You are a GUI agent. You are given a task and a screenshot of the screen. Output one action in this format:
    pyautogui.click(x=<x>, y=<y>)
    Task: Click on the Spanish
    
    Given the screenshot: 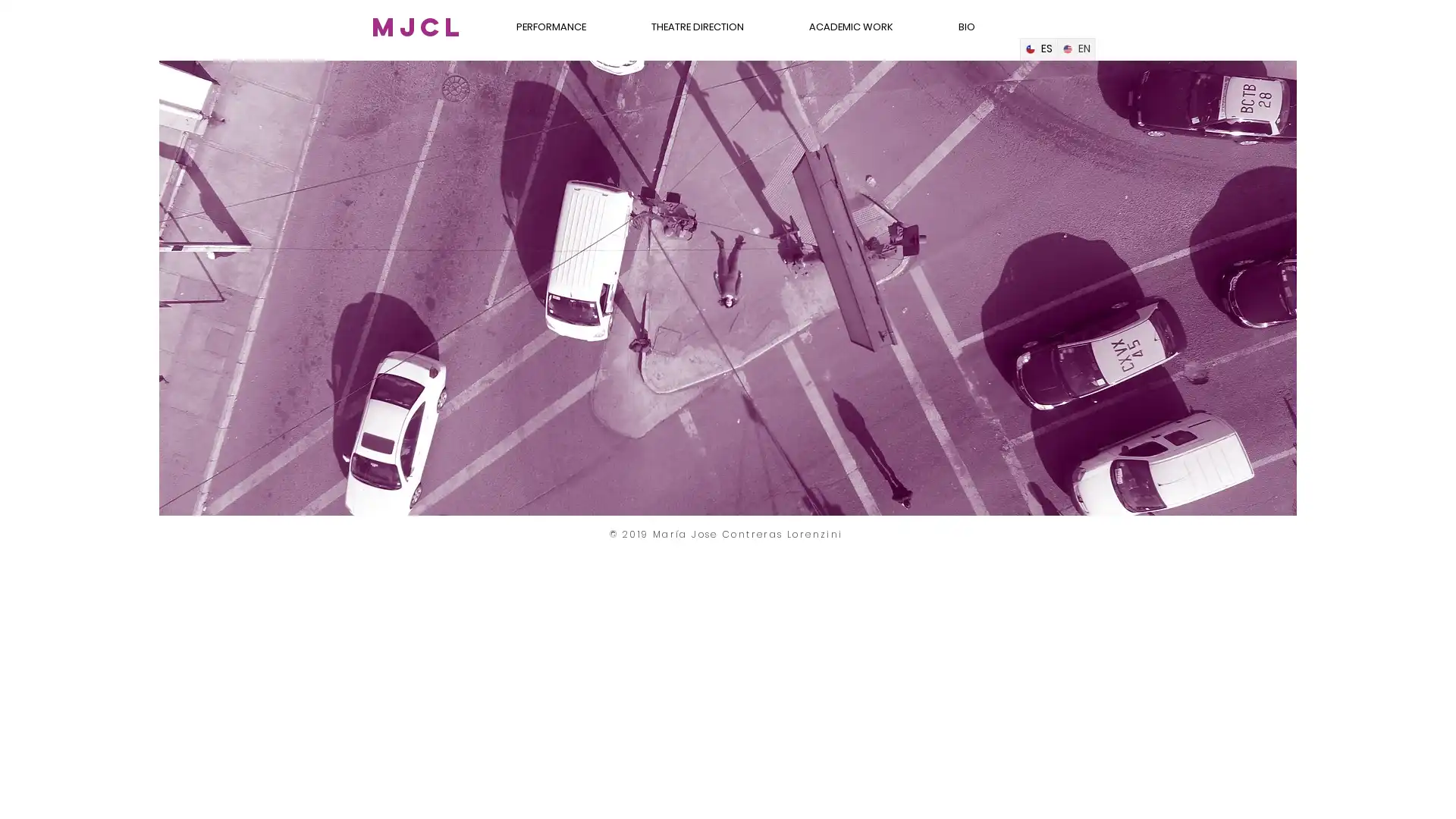 What is the action you would take?
    pyautogui.click(x=1037, y=49)
    